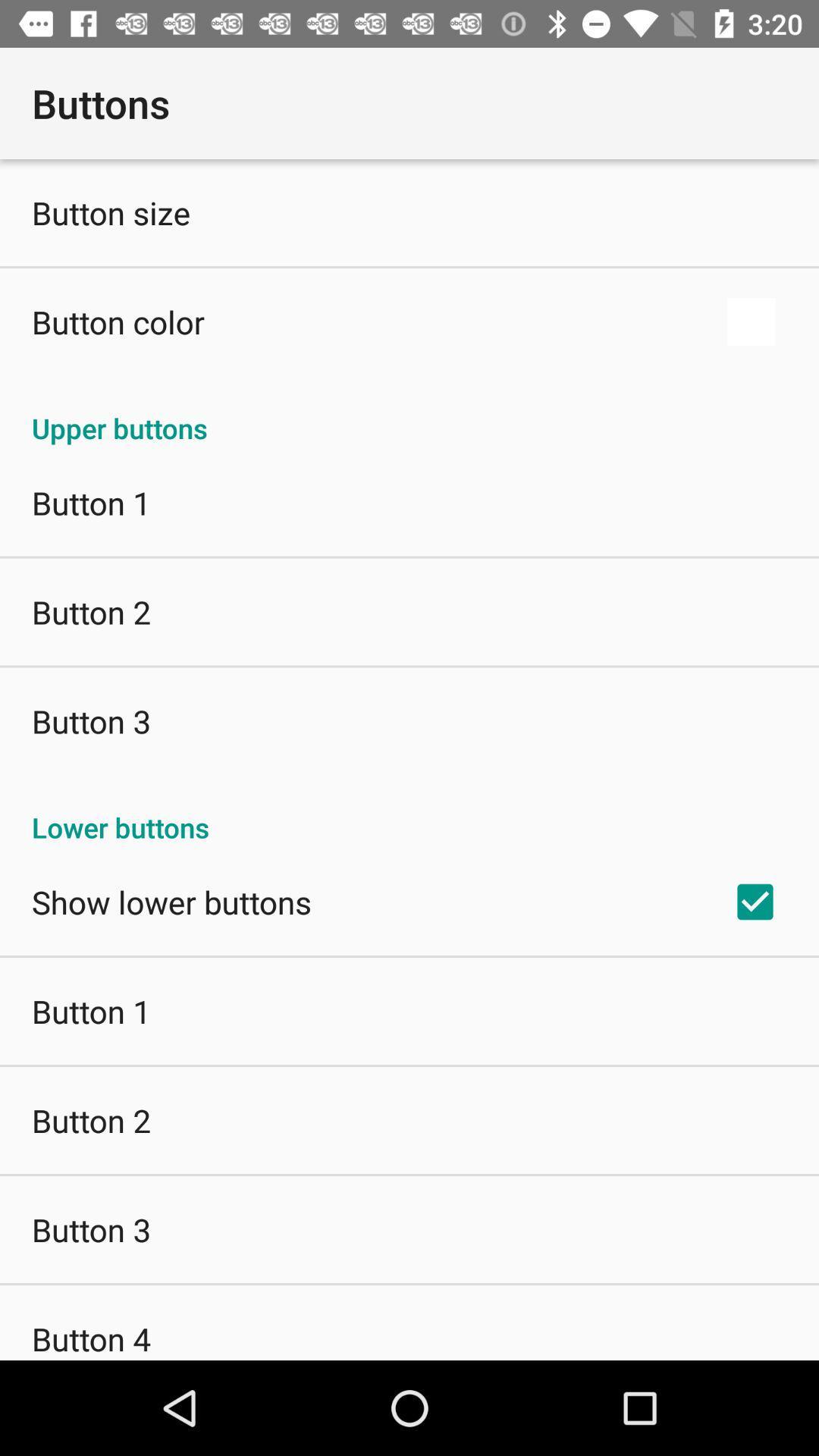  What do you see at coordinates (91, 1338) in the screenshot?
I see `button 4` at bounding box center [91, 1338].